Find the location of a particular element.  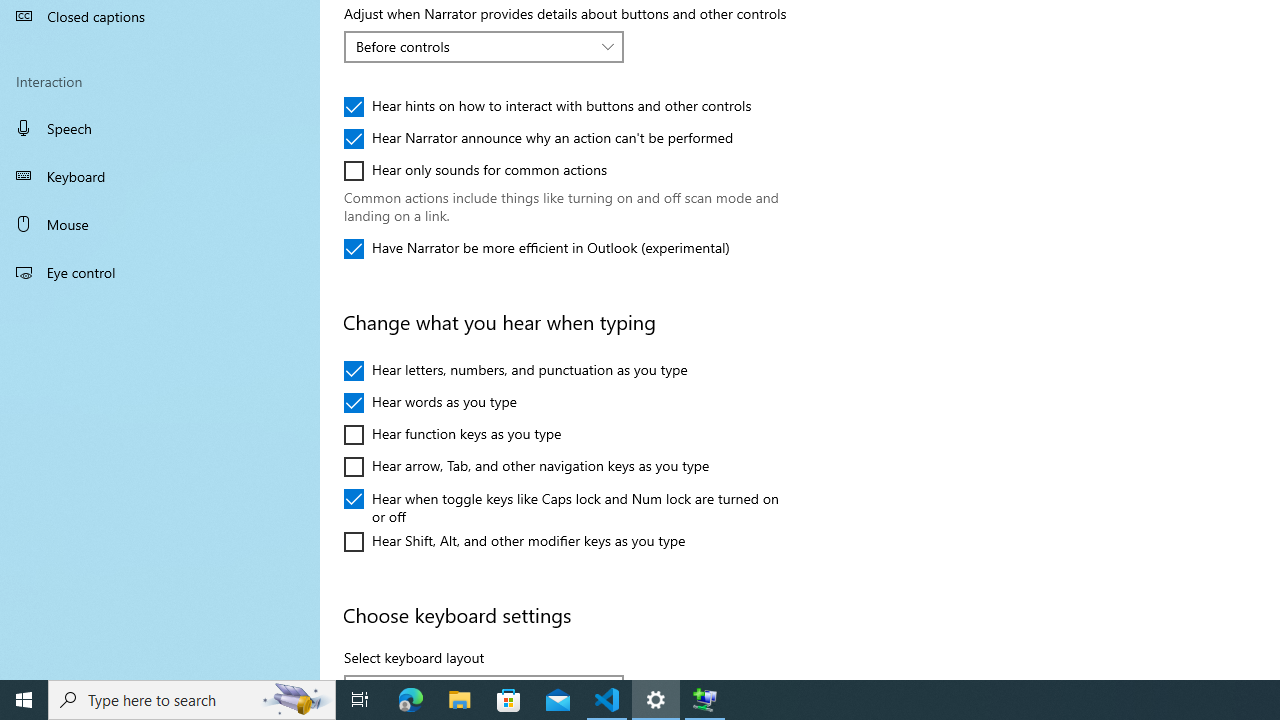

'Type here to search' is located at coordinates (192, 698).